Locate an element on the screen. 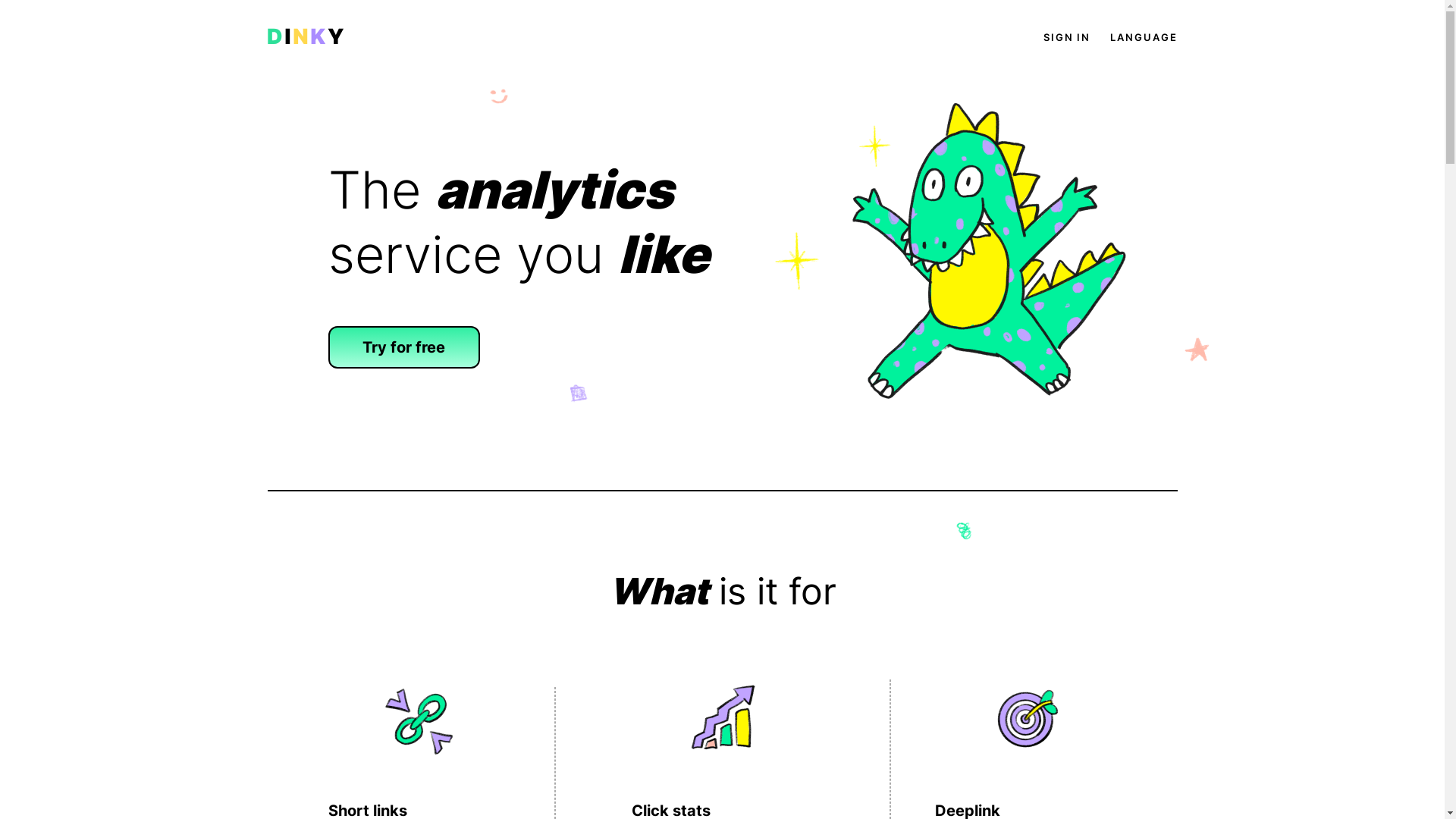  'Try for free' is located at coordinates (403, 347).